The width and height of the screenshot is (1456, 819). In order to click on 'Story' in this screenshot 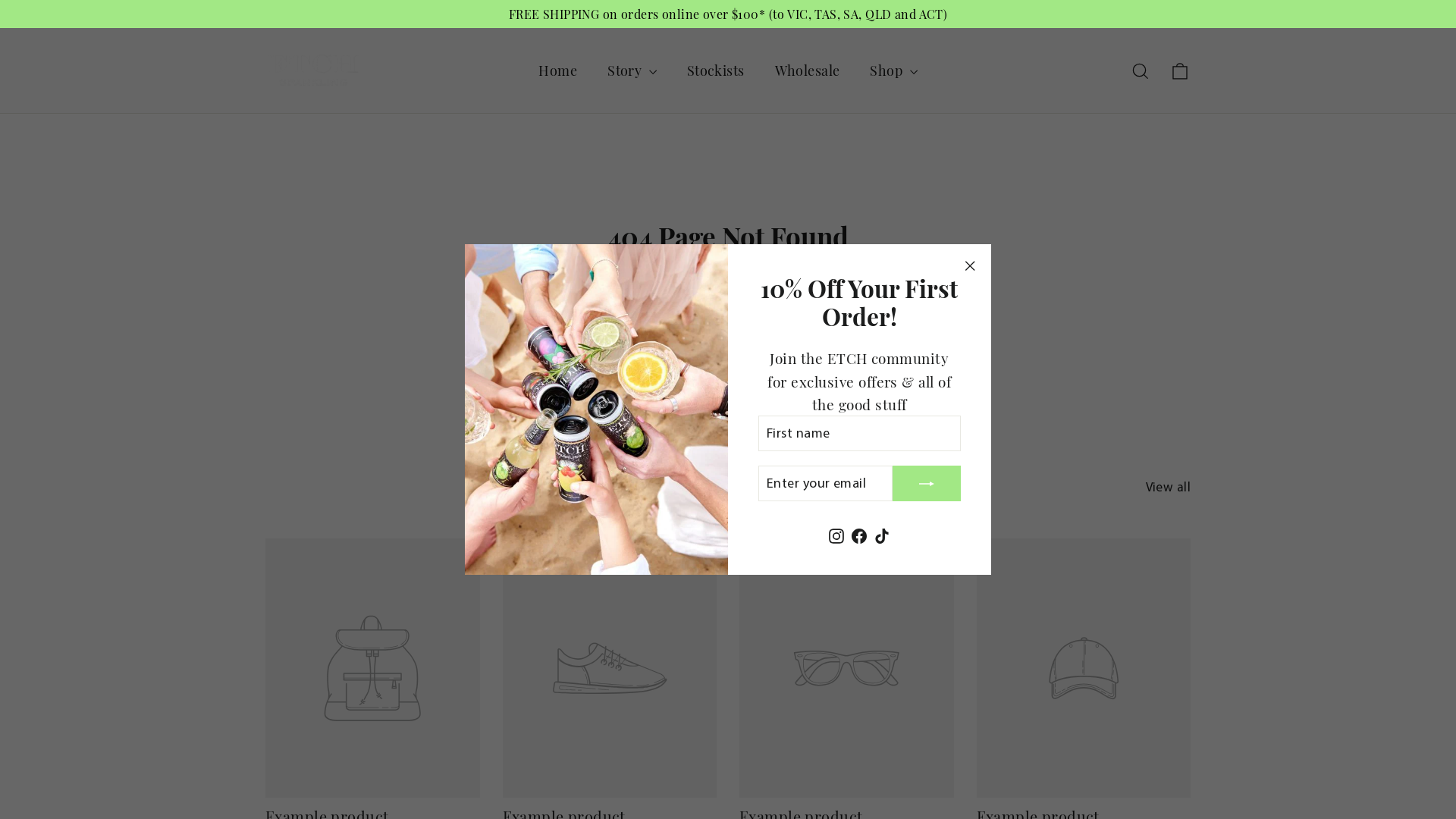, I will do `click(632, 71)`.